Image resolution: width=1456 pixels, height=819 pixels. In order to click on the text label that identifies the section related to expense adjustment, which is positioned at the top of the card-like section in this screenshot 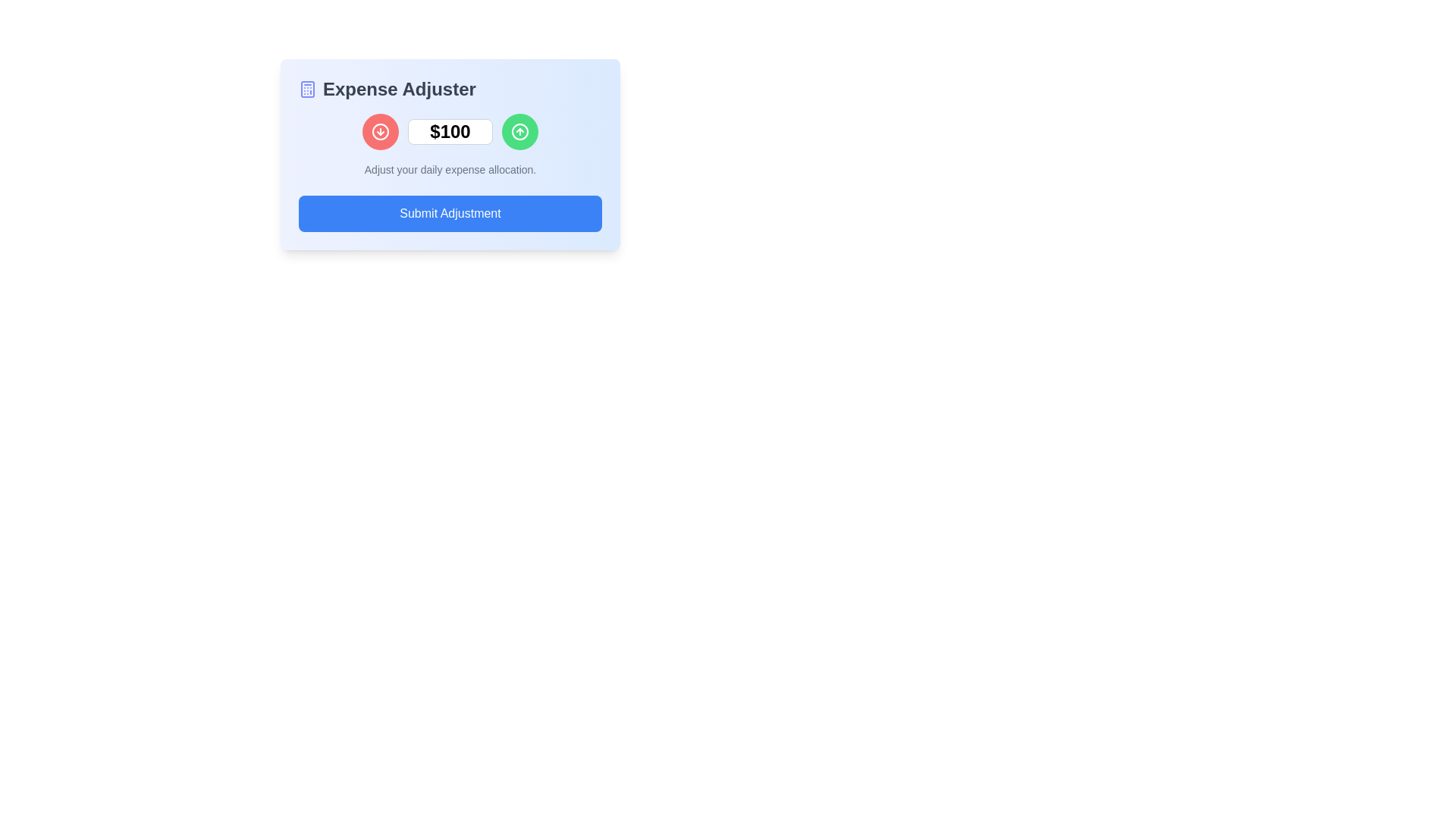, I will do `click(450, 89)`.